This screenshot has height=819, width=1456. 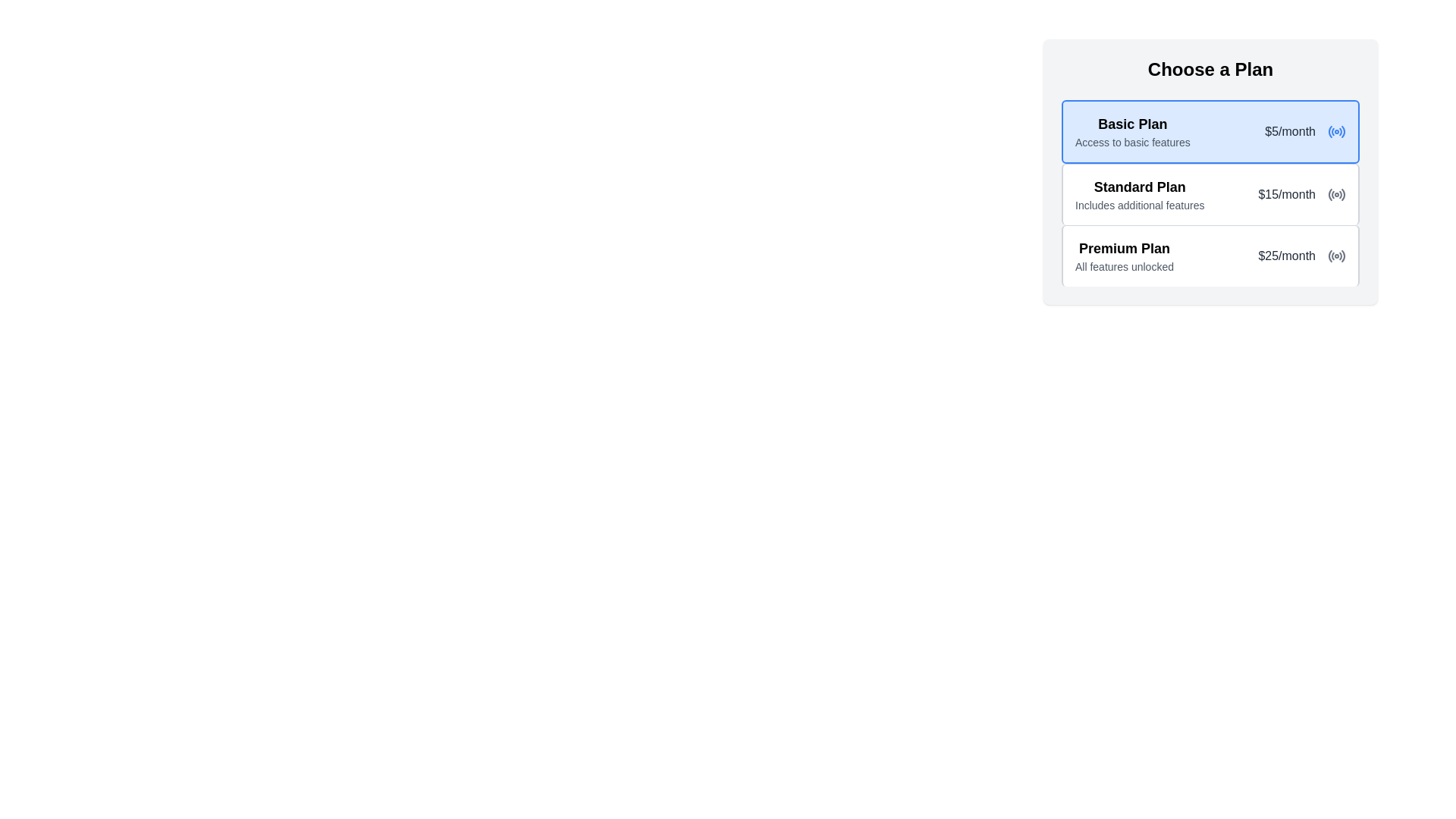 I want to click on the circular graphic icon resembling a radio or connection symbol, which is located to the right of the '$5/month' text in the 'Basic Plan' card, so click(x=1336, y=130).